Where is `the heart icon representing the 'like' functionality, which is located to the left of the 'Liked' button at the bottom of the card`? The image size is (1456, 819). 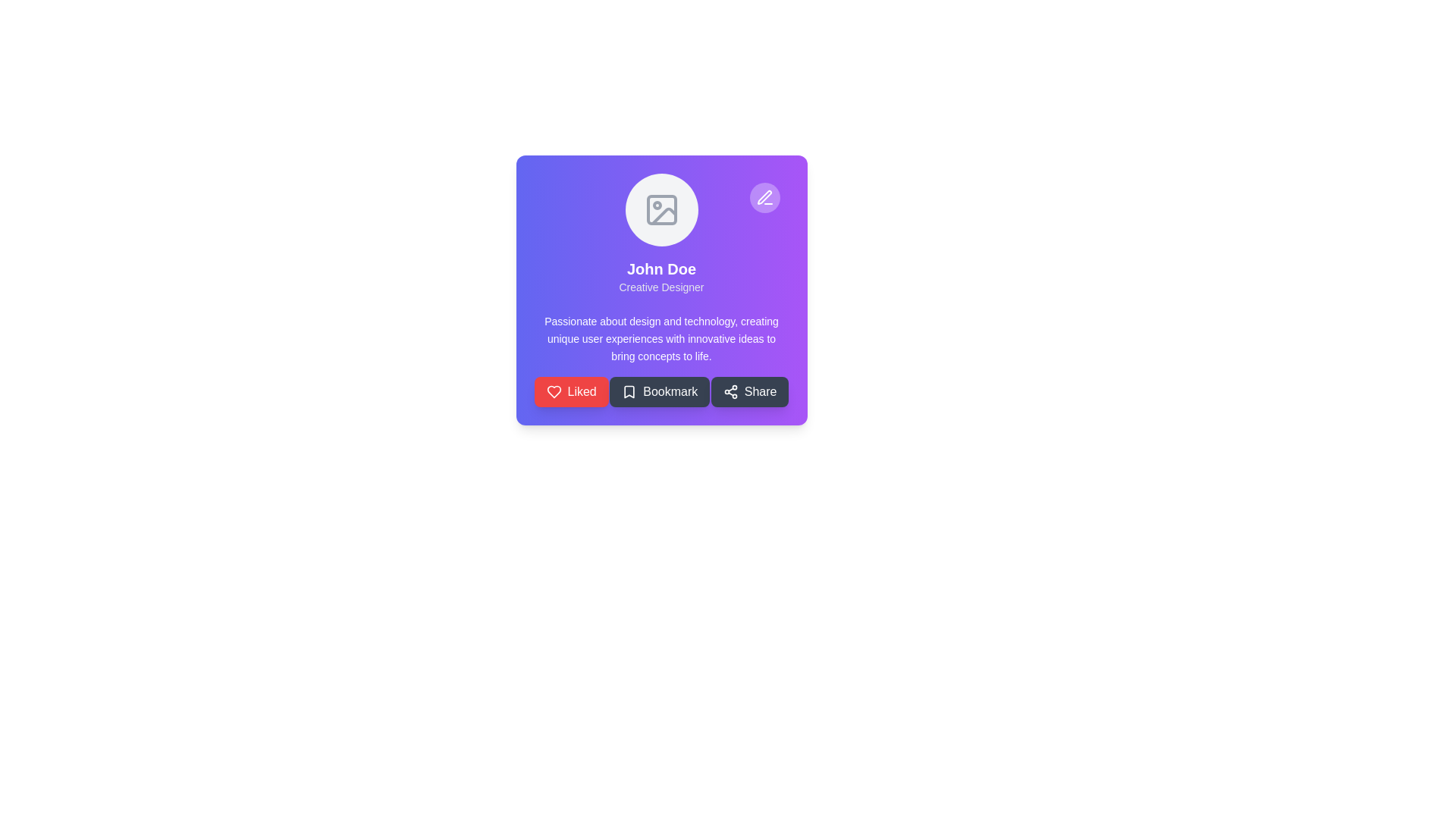 the heart icon representing the 'like' functionality, which is located to the left of the 'Liked' button at the bottom of the card is located at coordinates (553, 391).